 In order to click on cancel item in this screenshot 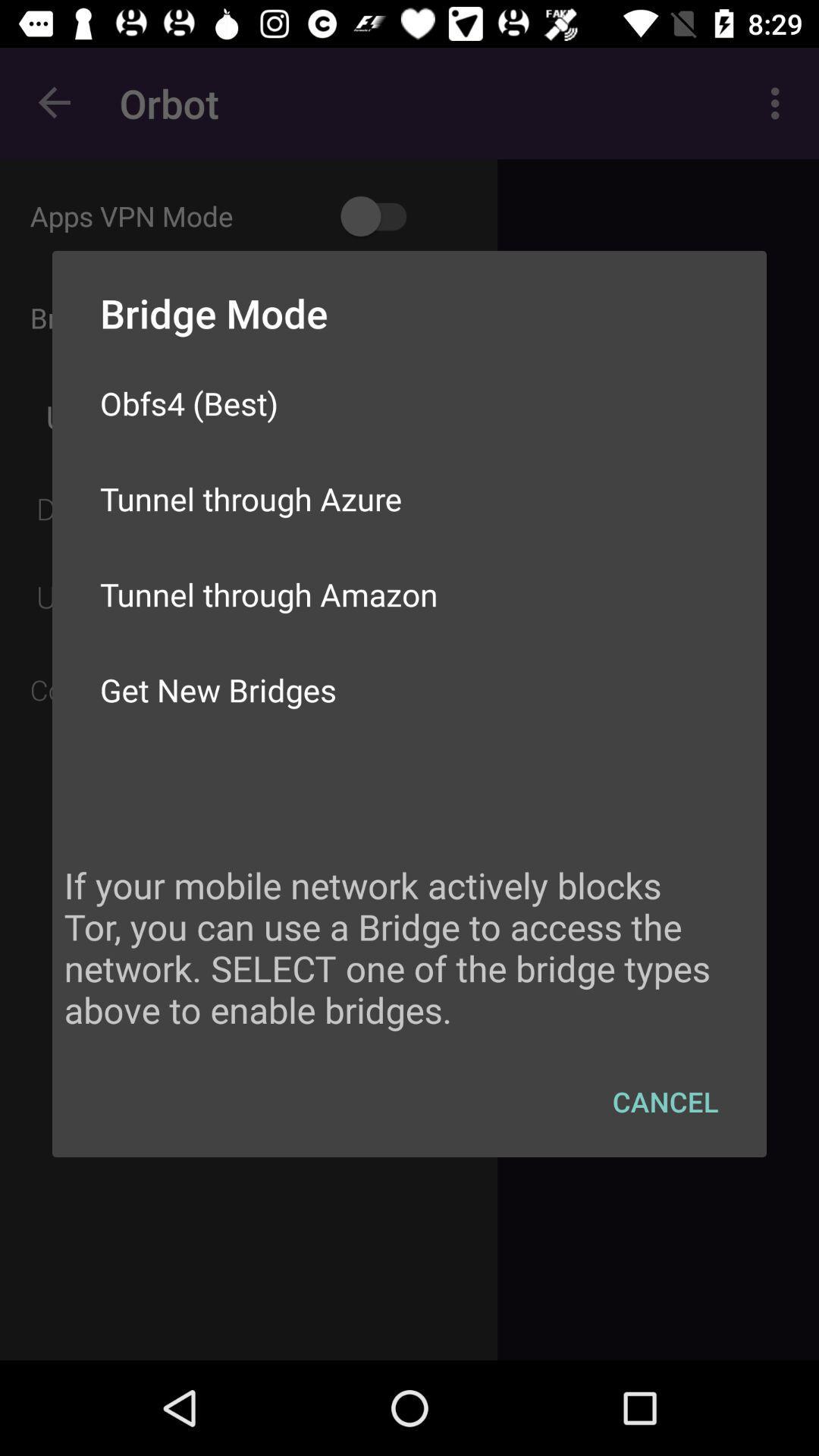, I will do `click(664, 1101)`.